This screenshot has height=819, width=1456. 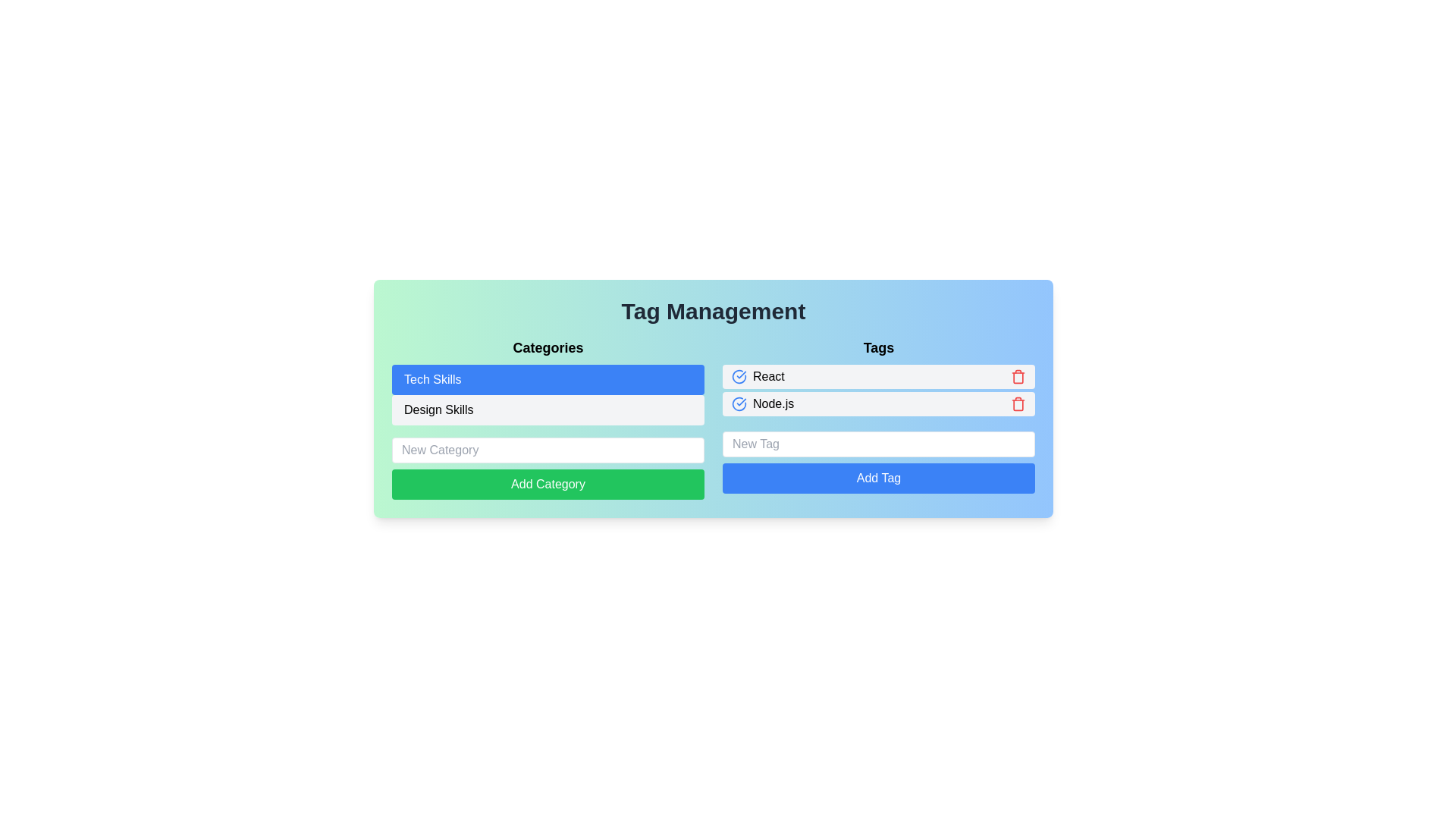 I want to click on the delete icon button located to the right of the 'Node.js' text in the 'Tags' section, so click(x=1018, y=403).